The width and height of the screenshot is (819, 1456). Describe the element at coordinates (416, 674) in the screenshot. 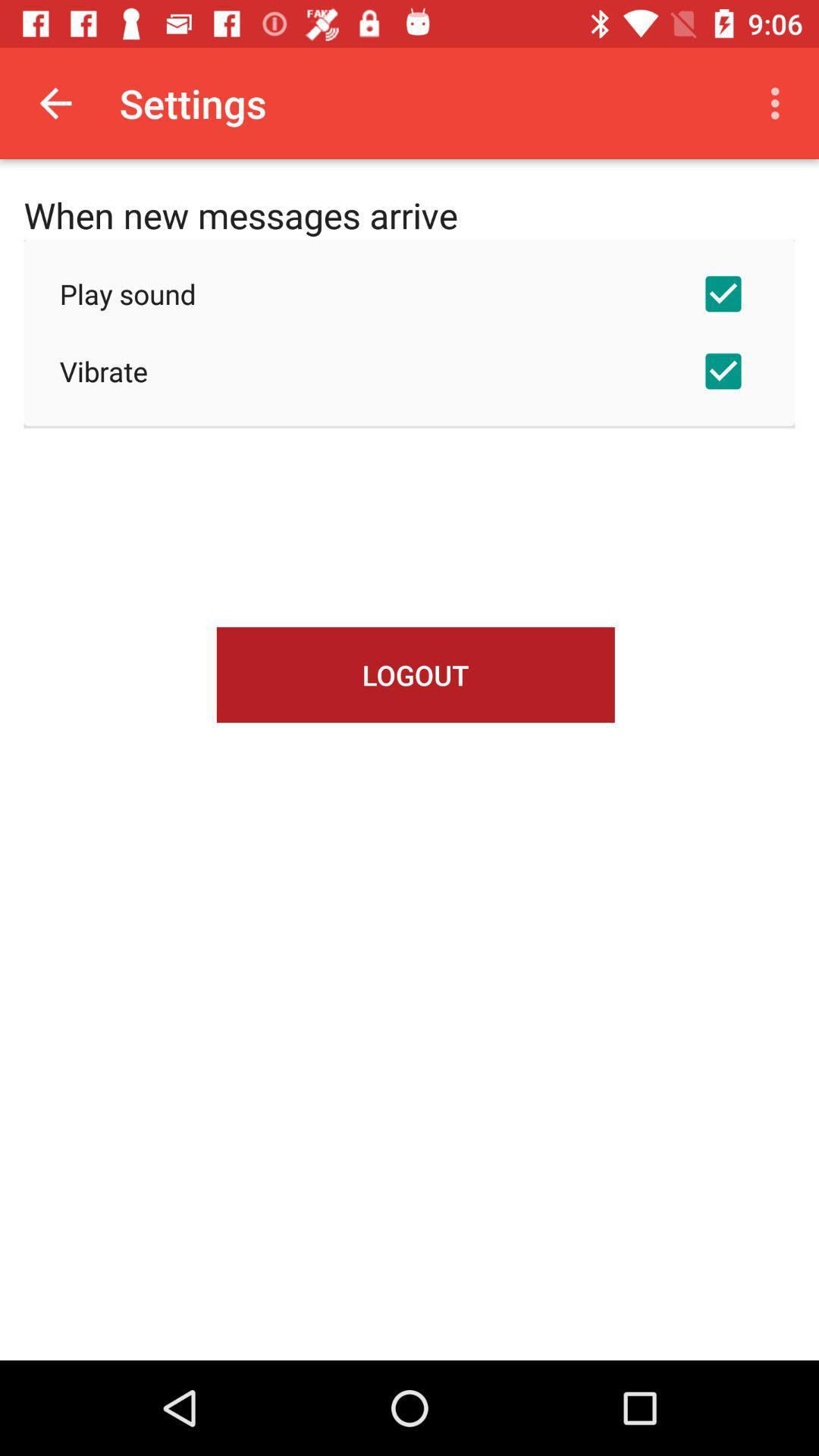

I see `the logout item` at that location.